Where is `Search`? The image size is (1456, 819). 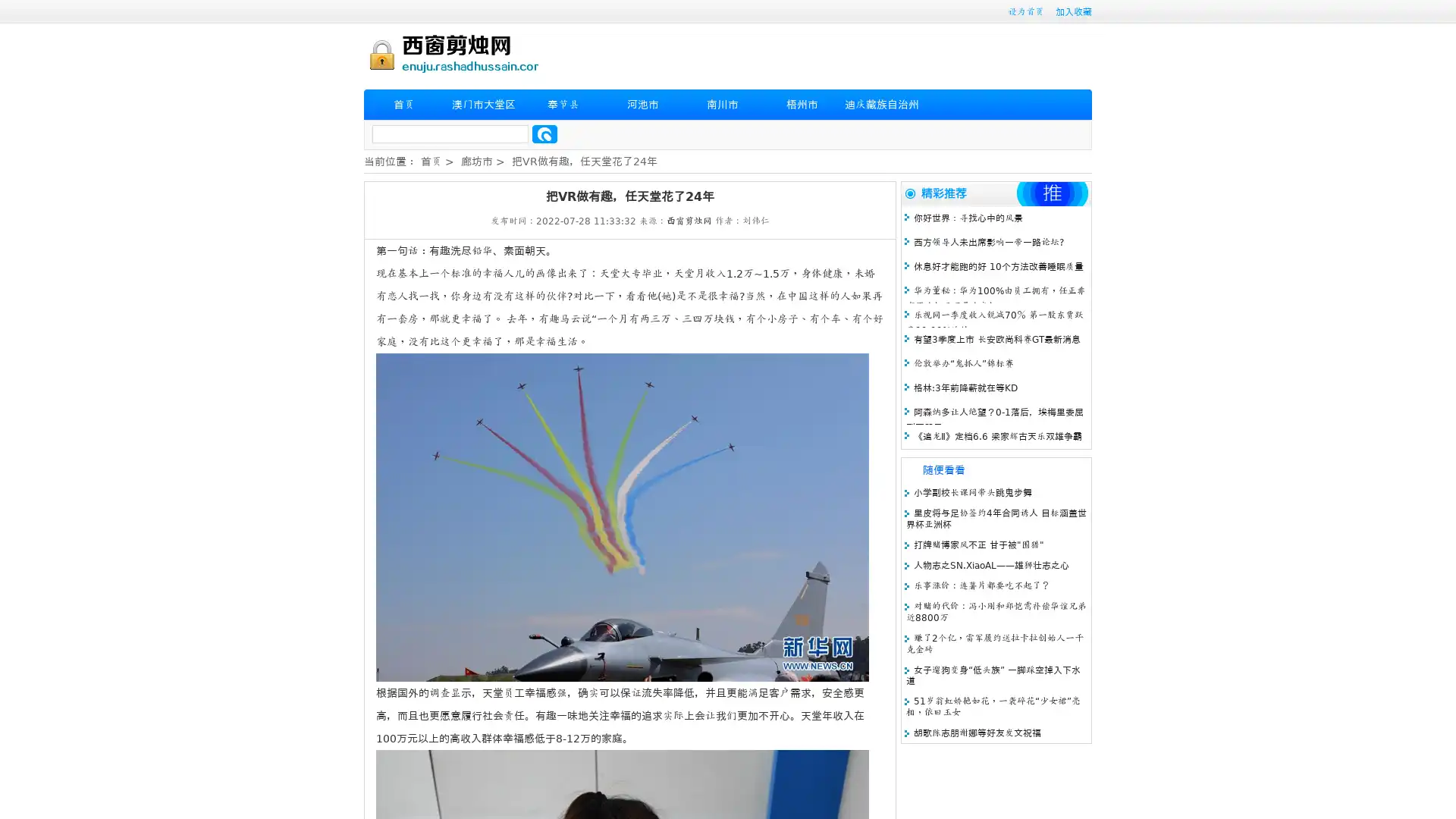 Search is located at coordinates (544, 133).